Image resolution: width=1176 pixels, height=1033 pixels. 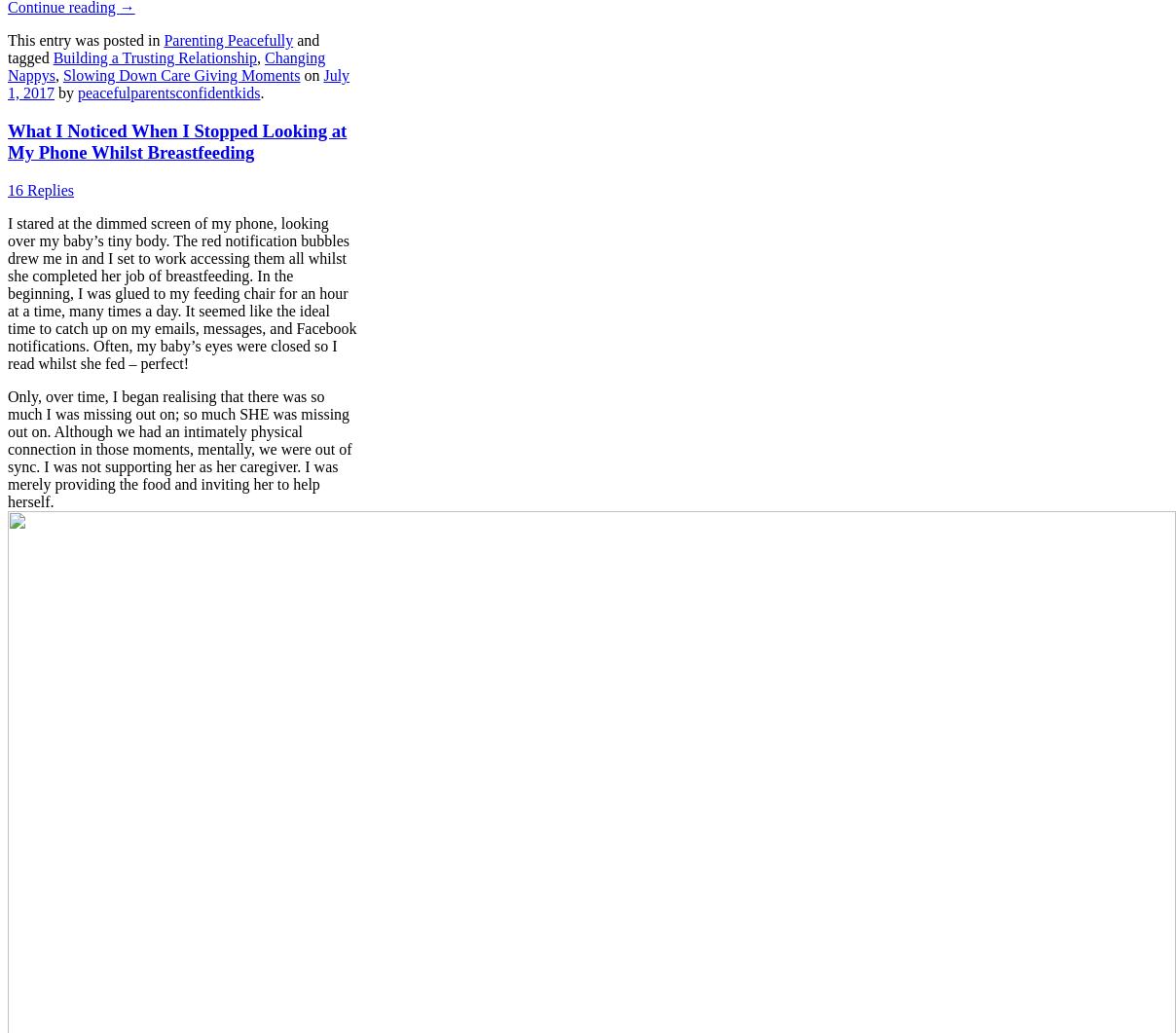 I want to click on 'Parenting Peacefully', so click(x=228, y=40).